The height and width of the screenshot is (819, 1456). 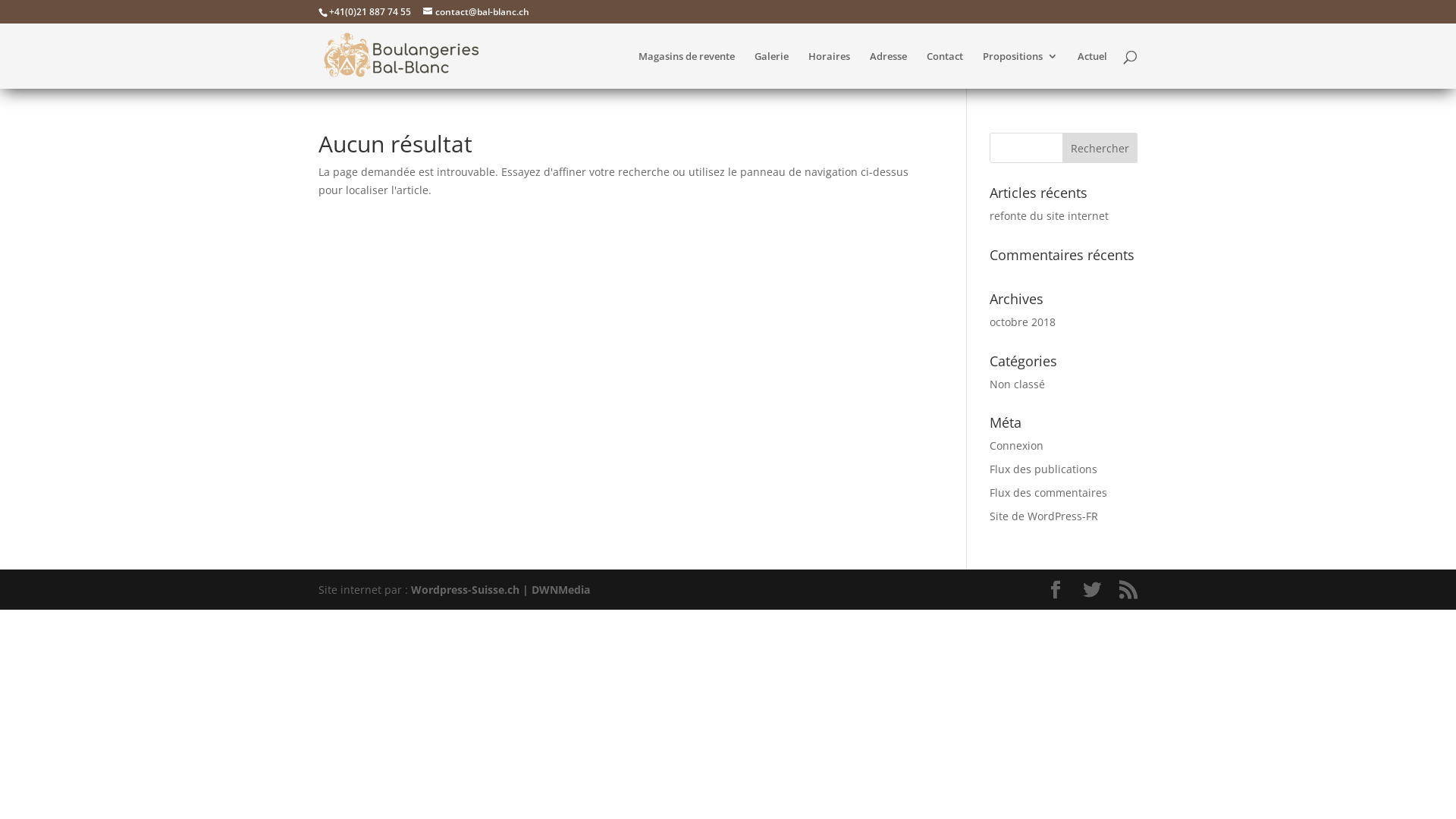 What do you see at coordinates (828, 70) in the screenshot?
I see `'Horaires'` at bounding box center [828, 70].